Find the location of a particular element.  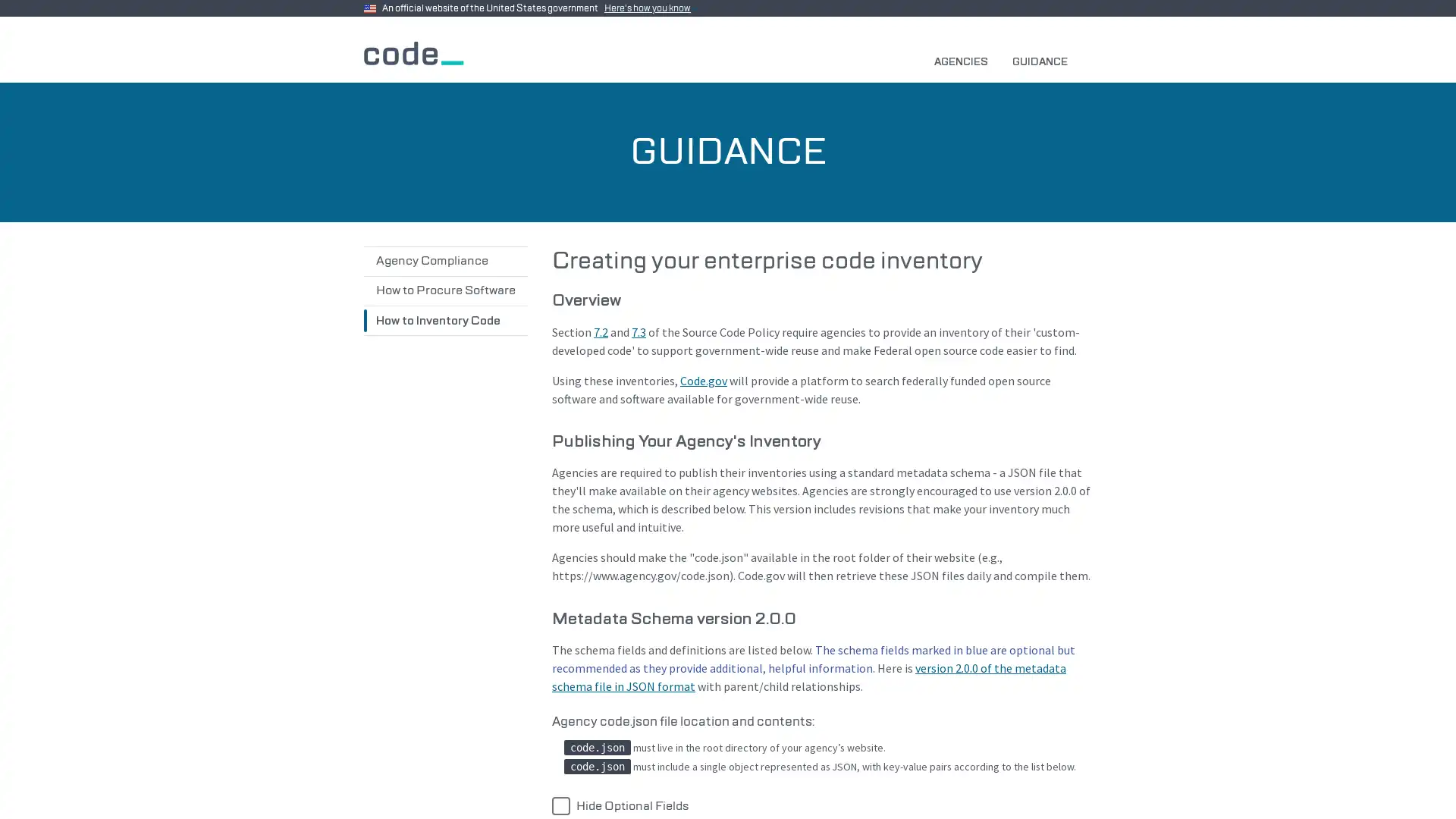

GUIDANCE is located at coordinates (1045, 61).